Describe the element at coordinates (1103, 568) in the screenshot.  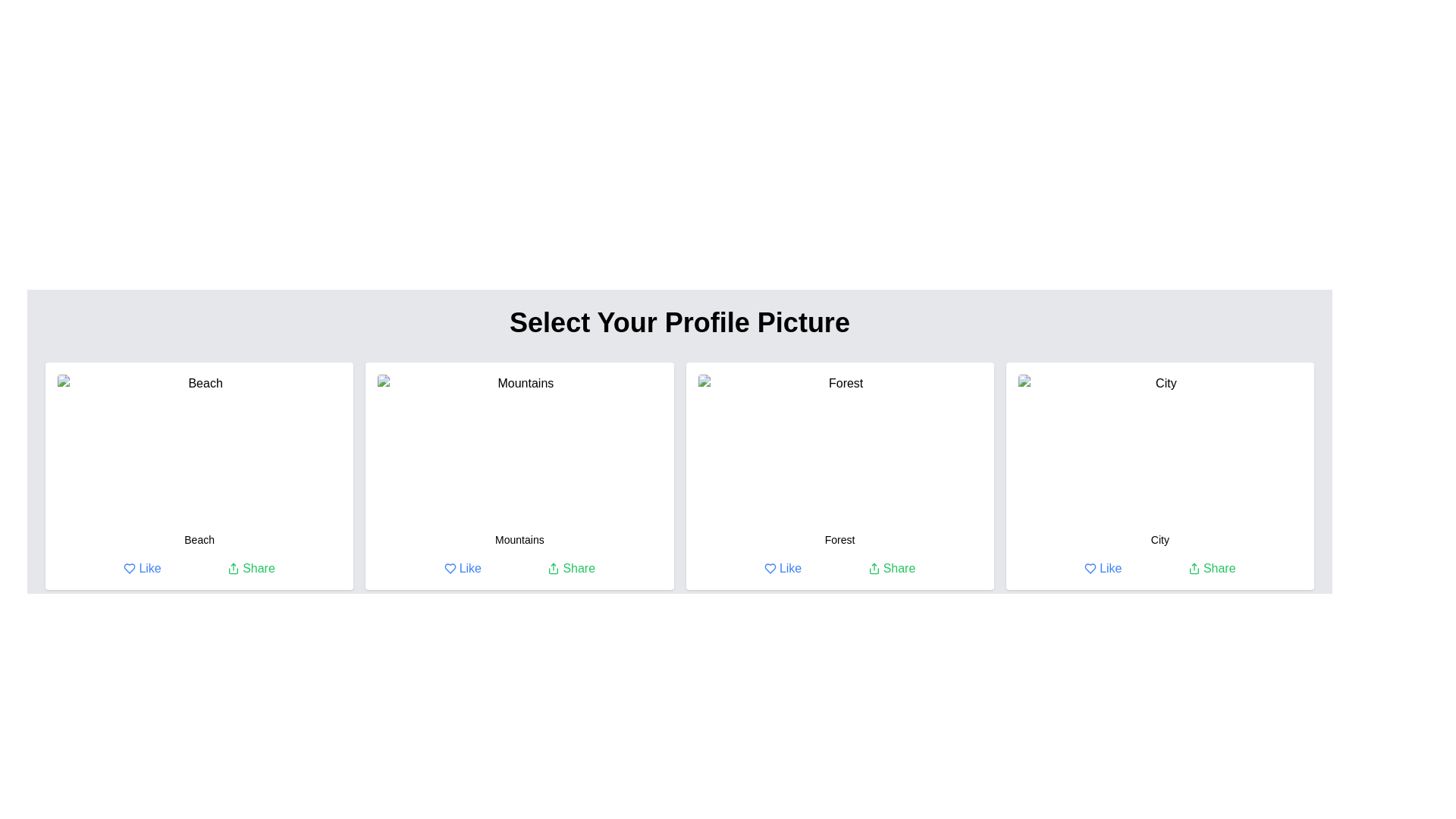
I see `the 'Like' button located directly under the 'City' title and image, aligned with the 'Share' button to its right` at that location.